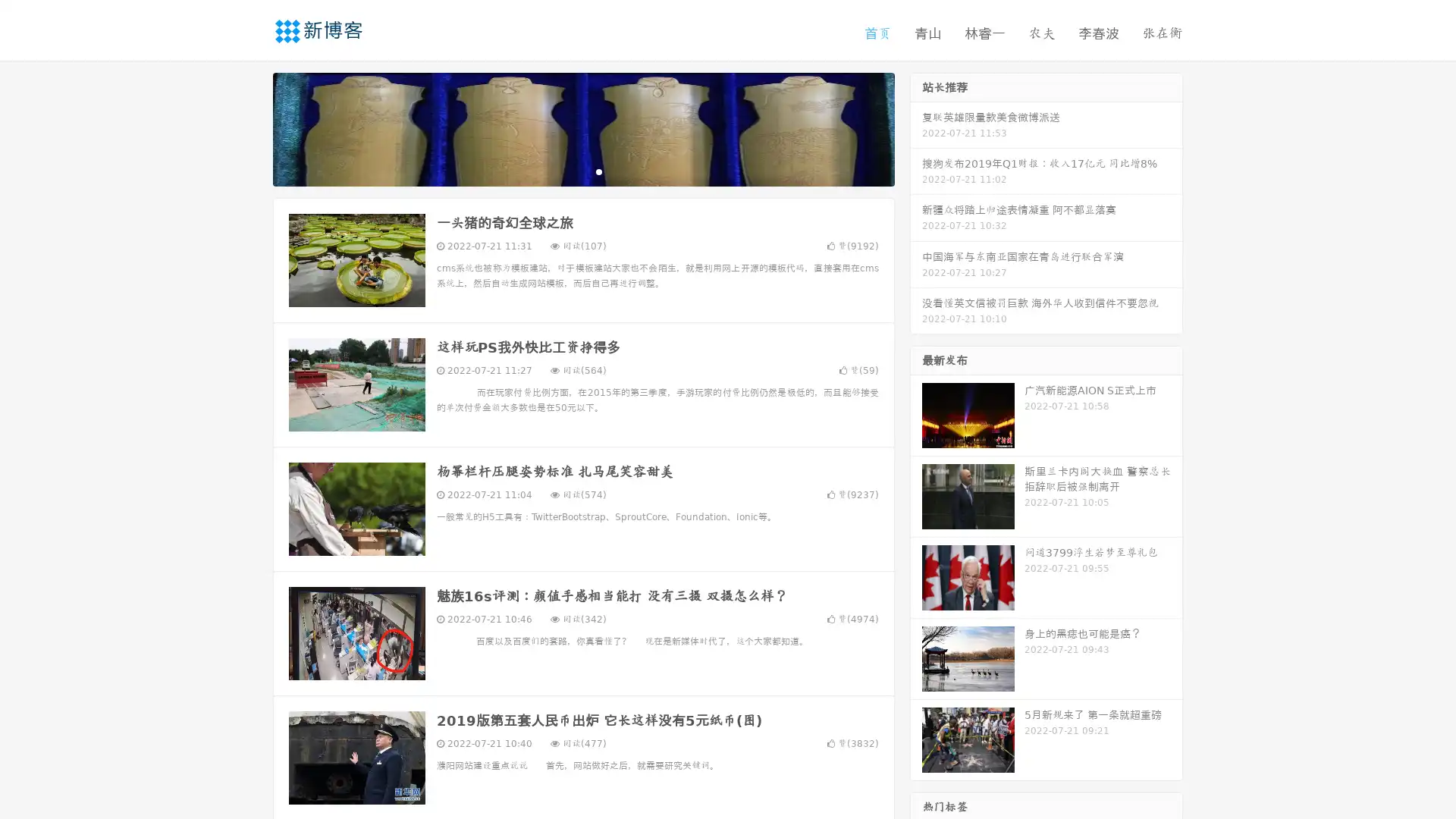 This screenshot has width=1456, height=819. What do you see at coordinates (598, 171) in the screenshot?
I see `Go to slide 3` at bounding box center [598, 171].